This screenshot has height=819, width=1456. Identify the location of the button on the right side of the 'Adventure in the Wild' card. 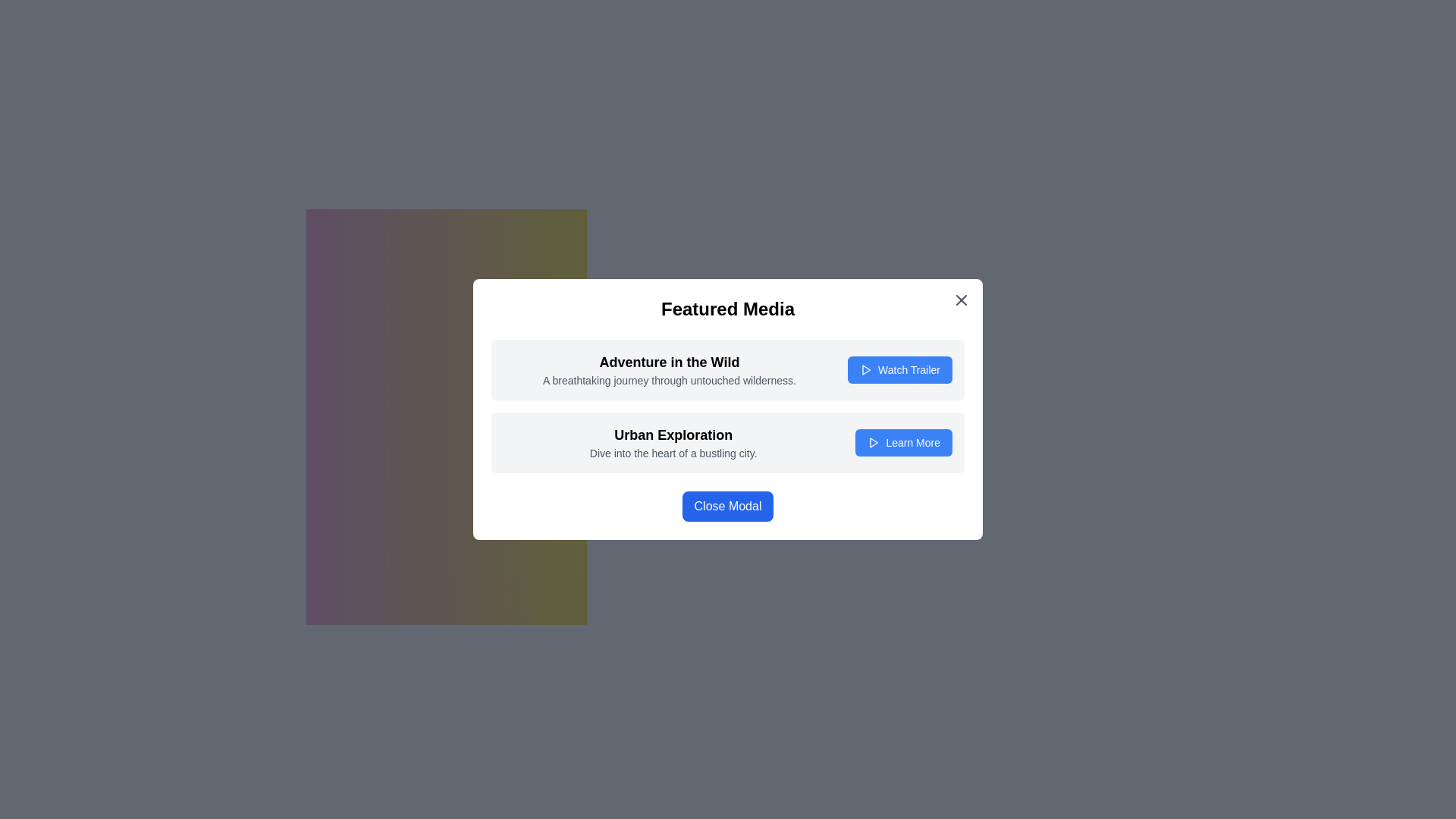
(899, 370).